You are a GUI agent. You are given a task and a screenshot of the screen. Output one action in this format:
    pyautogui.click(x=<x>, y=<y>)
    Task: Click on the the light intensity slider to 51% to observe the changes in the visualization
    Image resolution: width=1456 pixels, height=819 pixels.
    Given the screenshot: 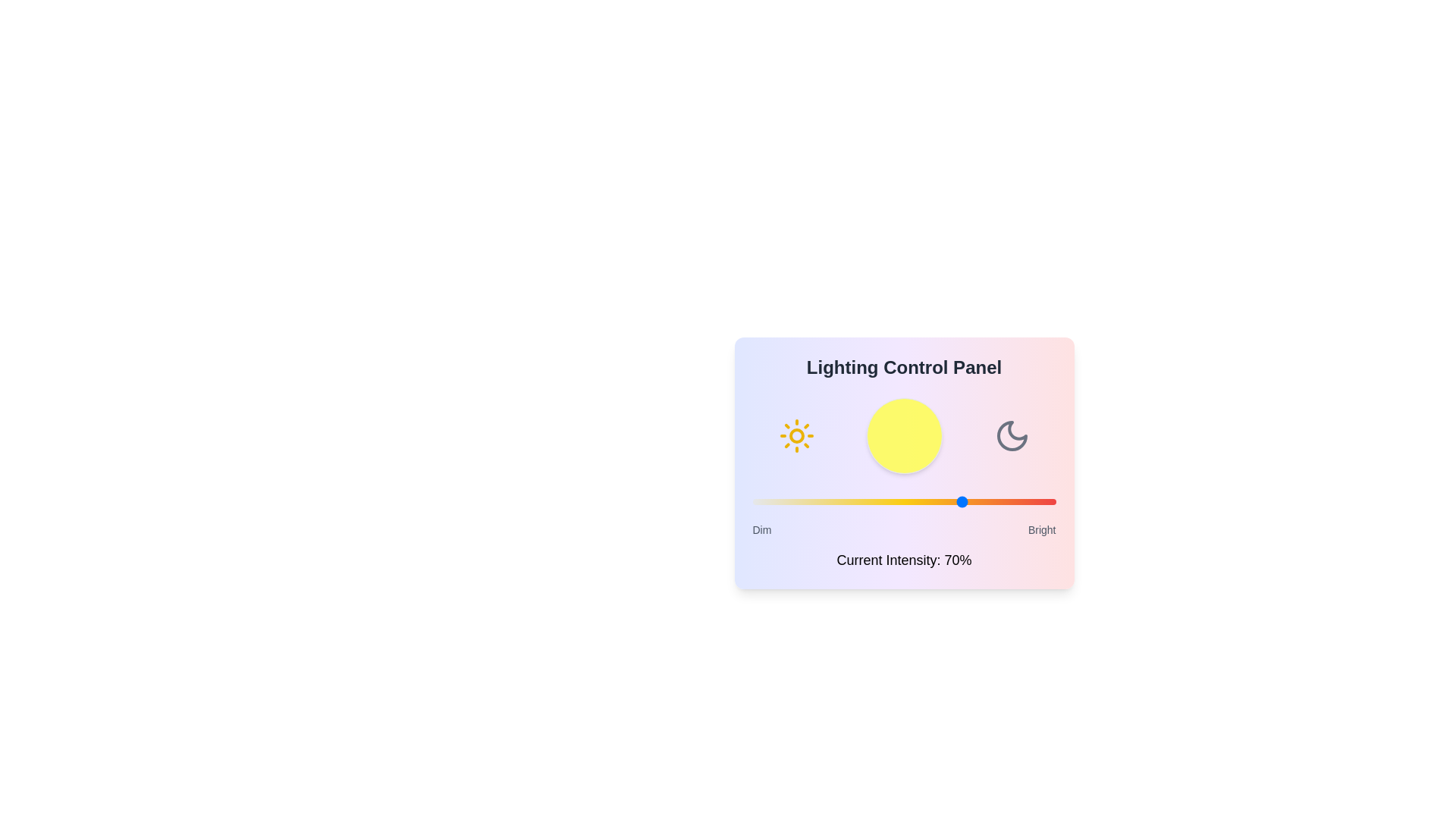 What is the action you would take?
    pyautogui.click(x=907, y=502)
    